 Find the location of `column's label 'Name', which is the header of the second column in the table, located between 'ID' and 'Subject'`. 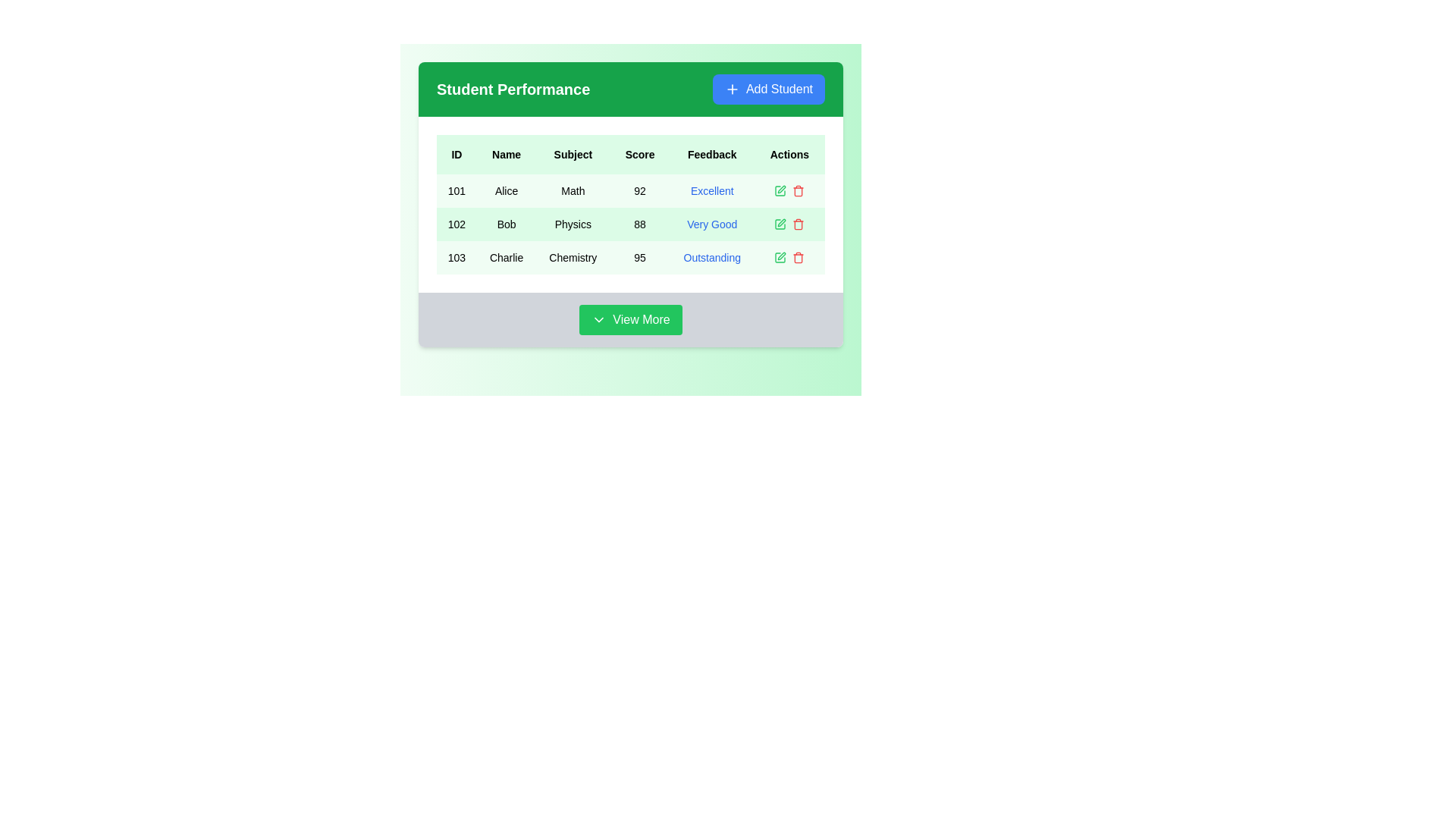

column's label 'Name', which is the header of the second column in the table, located between 'ID' and 'Subject' is located at coordinates (507, 155).